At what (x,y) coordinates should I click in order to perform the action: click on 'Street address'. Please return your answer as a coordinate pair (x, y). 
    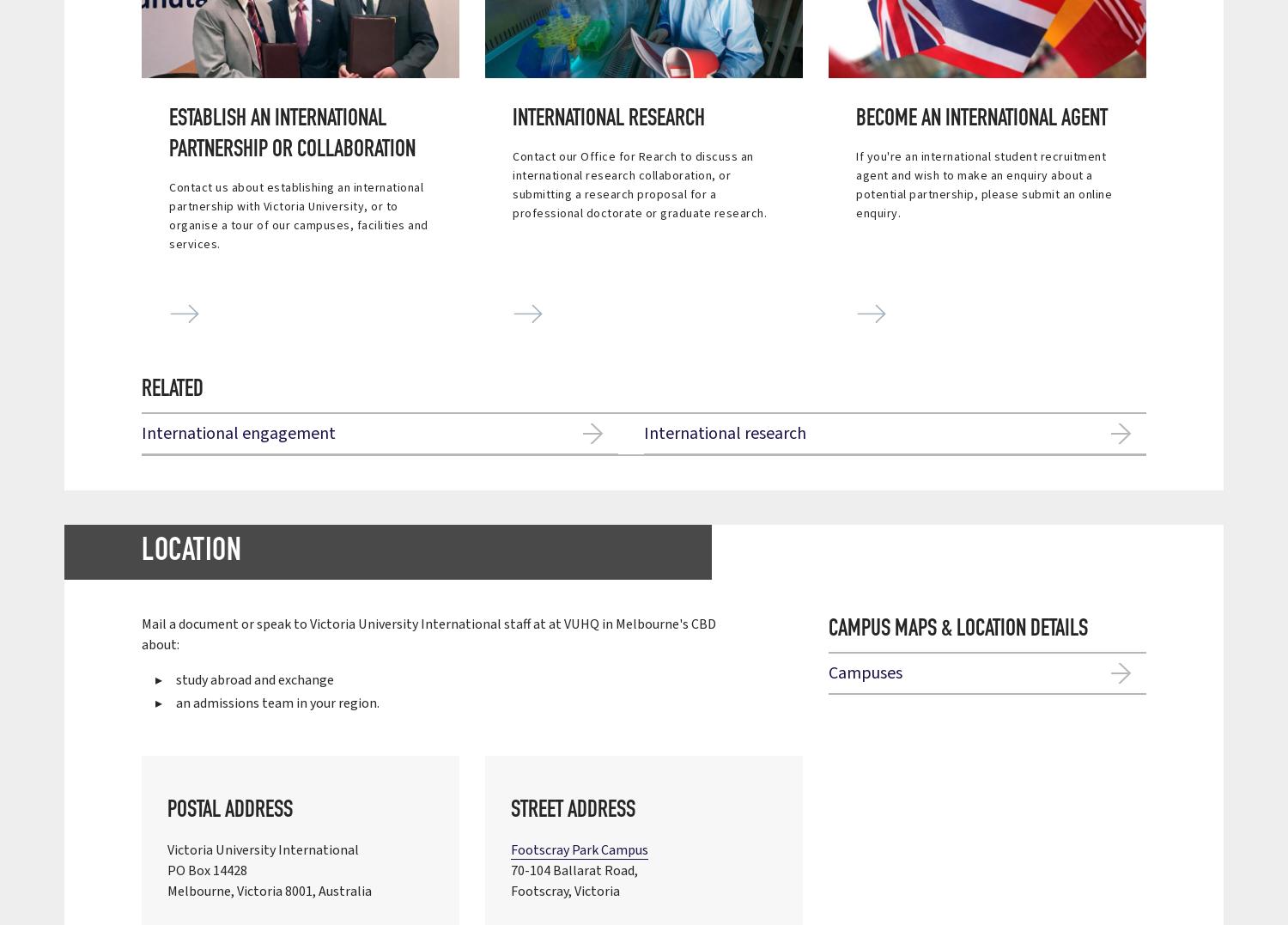
    Looking at the image, I should click on (573, 809).